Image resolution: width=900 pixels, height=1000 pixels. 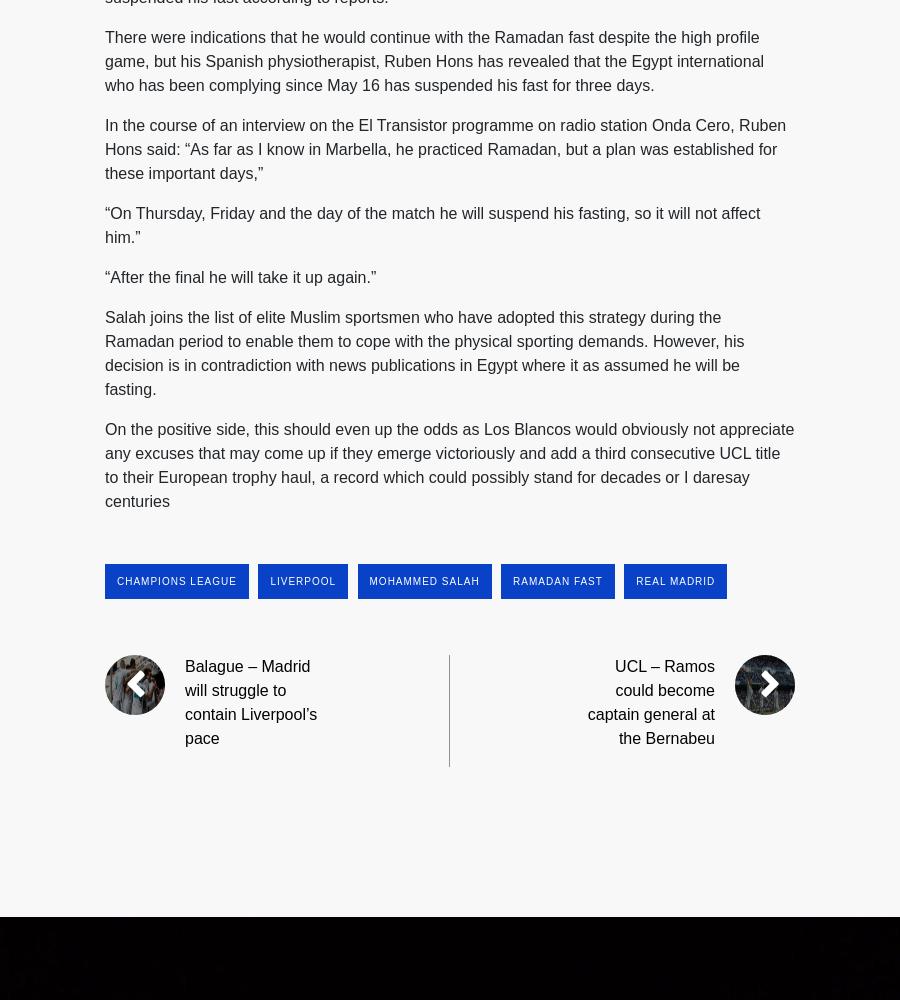 I want to click on 'mohammed salah', so click(x=423, y=579).